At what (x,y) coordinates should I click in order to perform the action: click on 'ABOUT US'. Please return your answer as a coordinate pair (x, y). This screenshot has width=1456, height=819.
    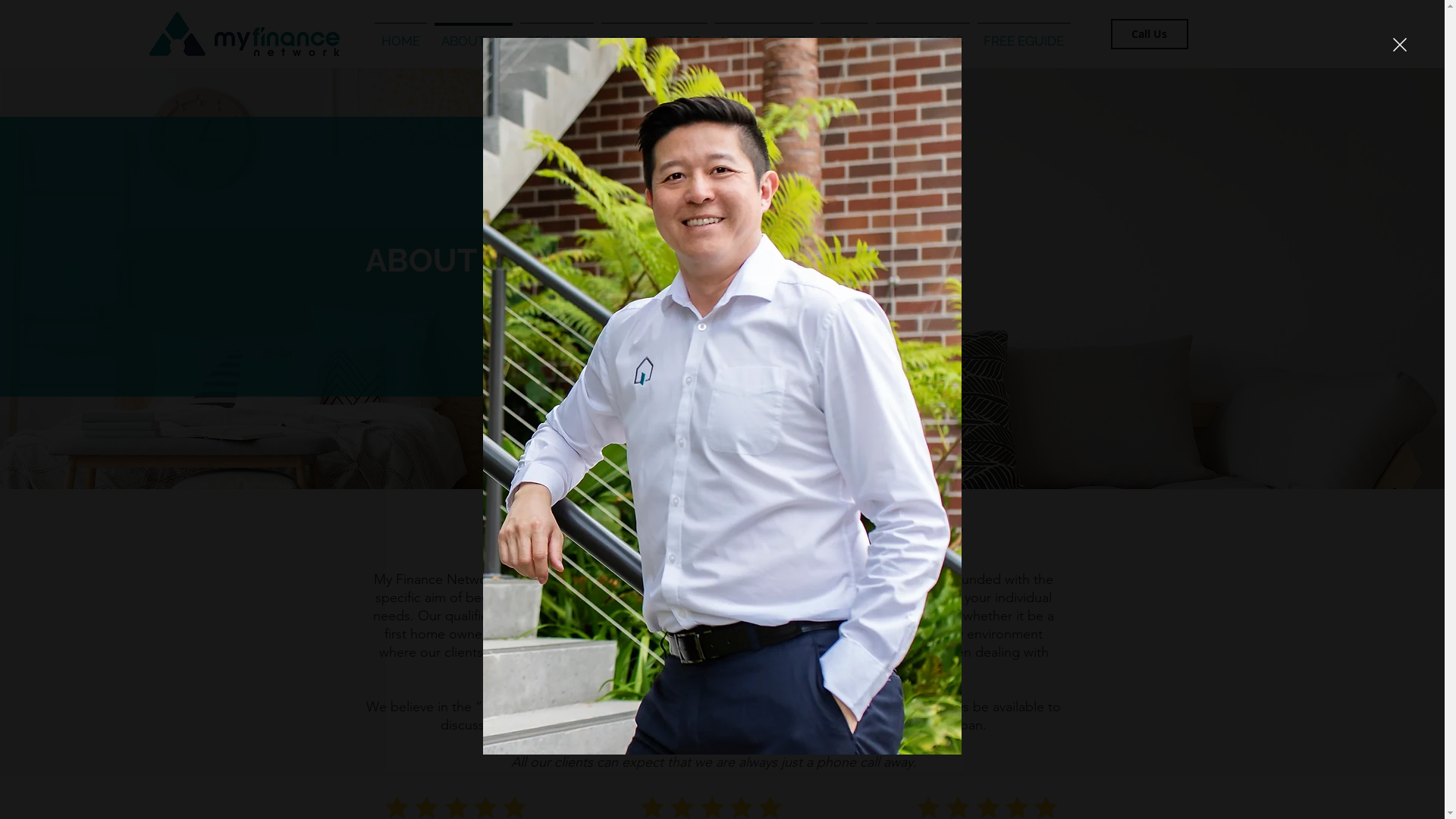
    Looking at the image, I should click on (472, 34).